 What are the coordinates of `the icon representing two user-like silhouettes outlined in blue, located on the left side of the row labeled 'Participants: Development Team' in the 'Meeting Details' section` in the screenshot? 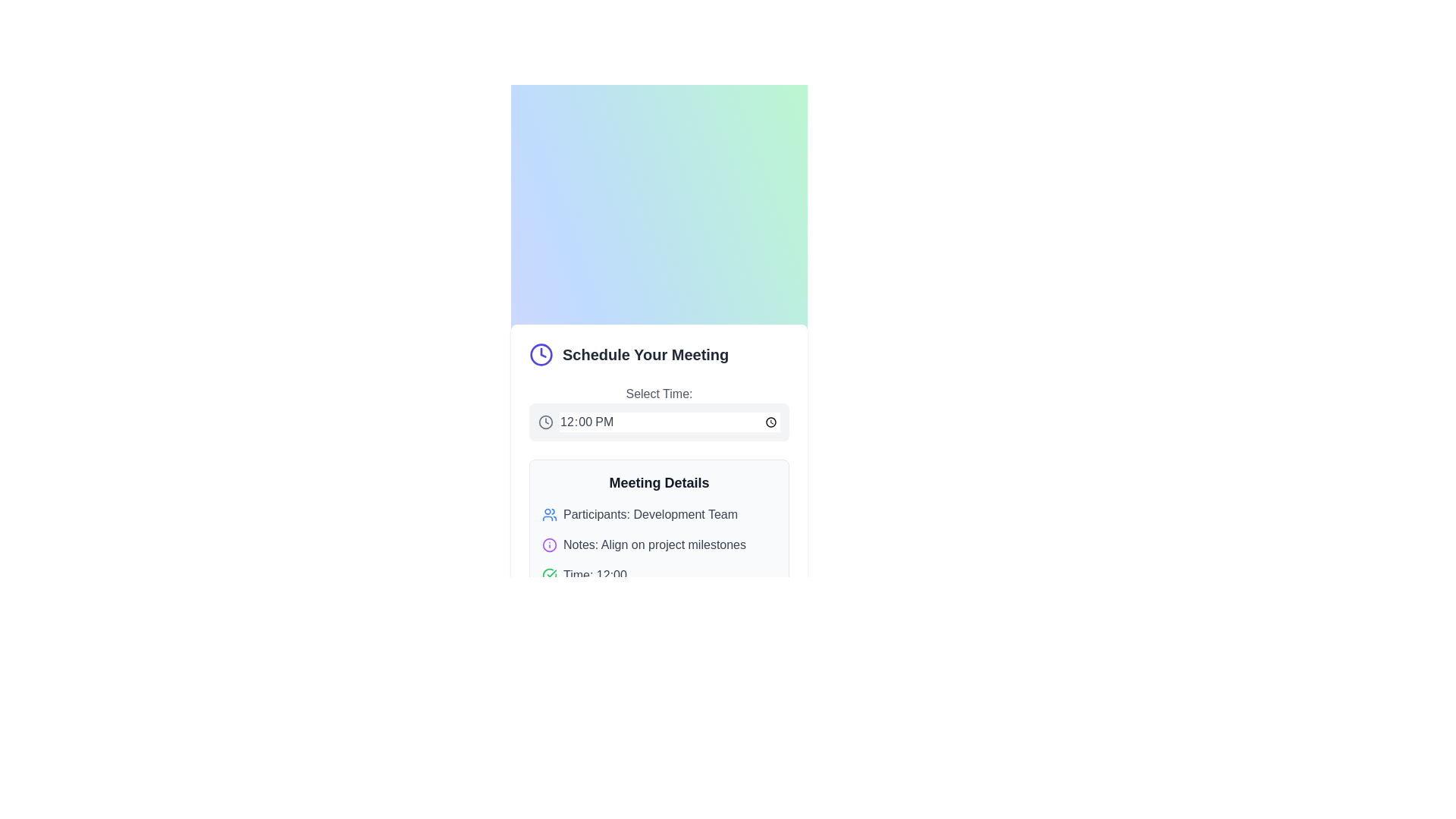 It's located at (548, 513).